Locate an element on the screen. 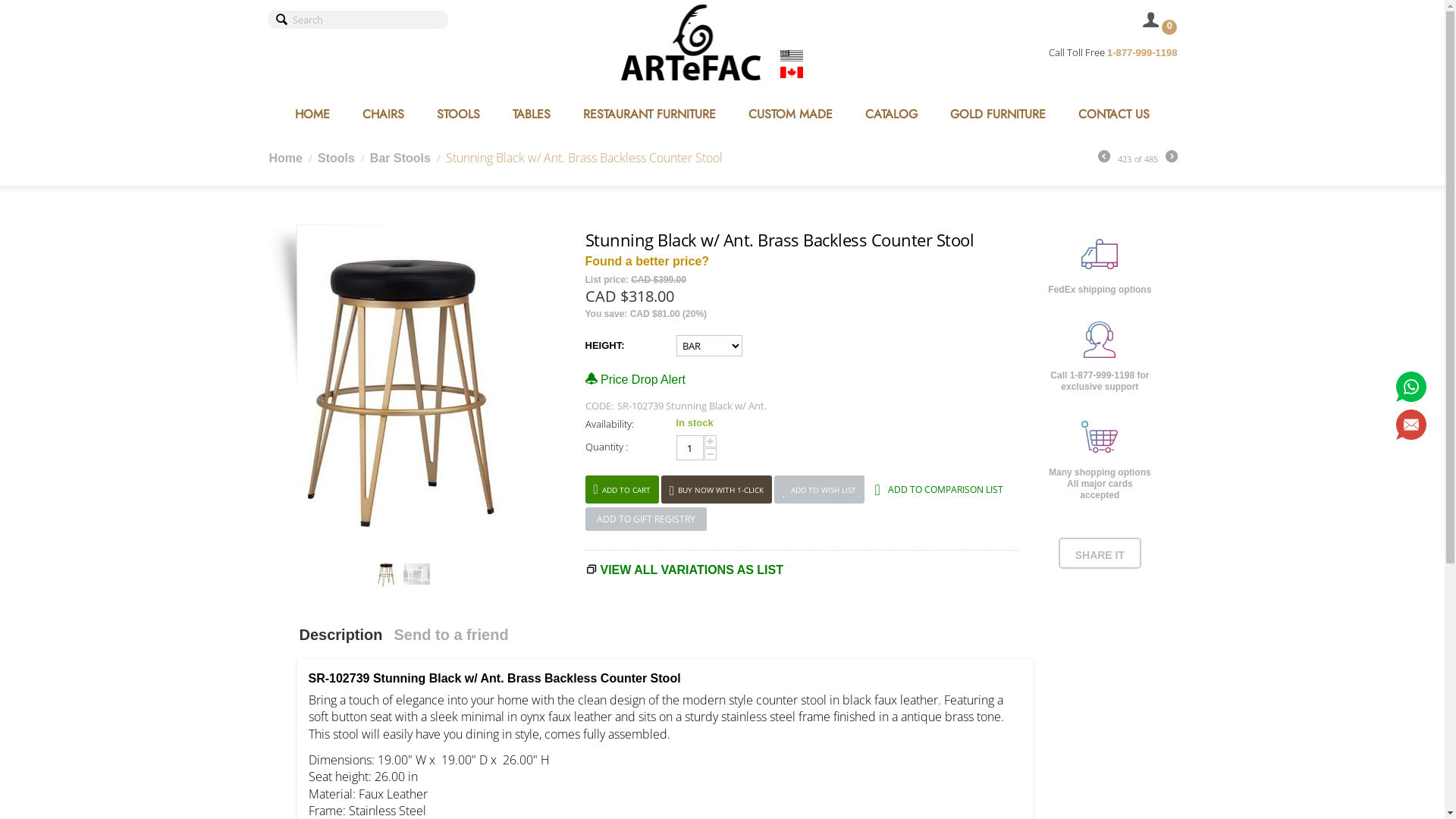 This screenshot has height=819, width=1456. 'Home' is located at coordinates (284, 158).